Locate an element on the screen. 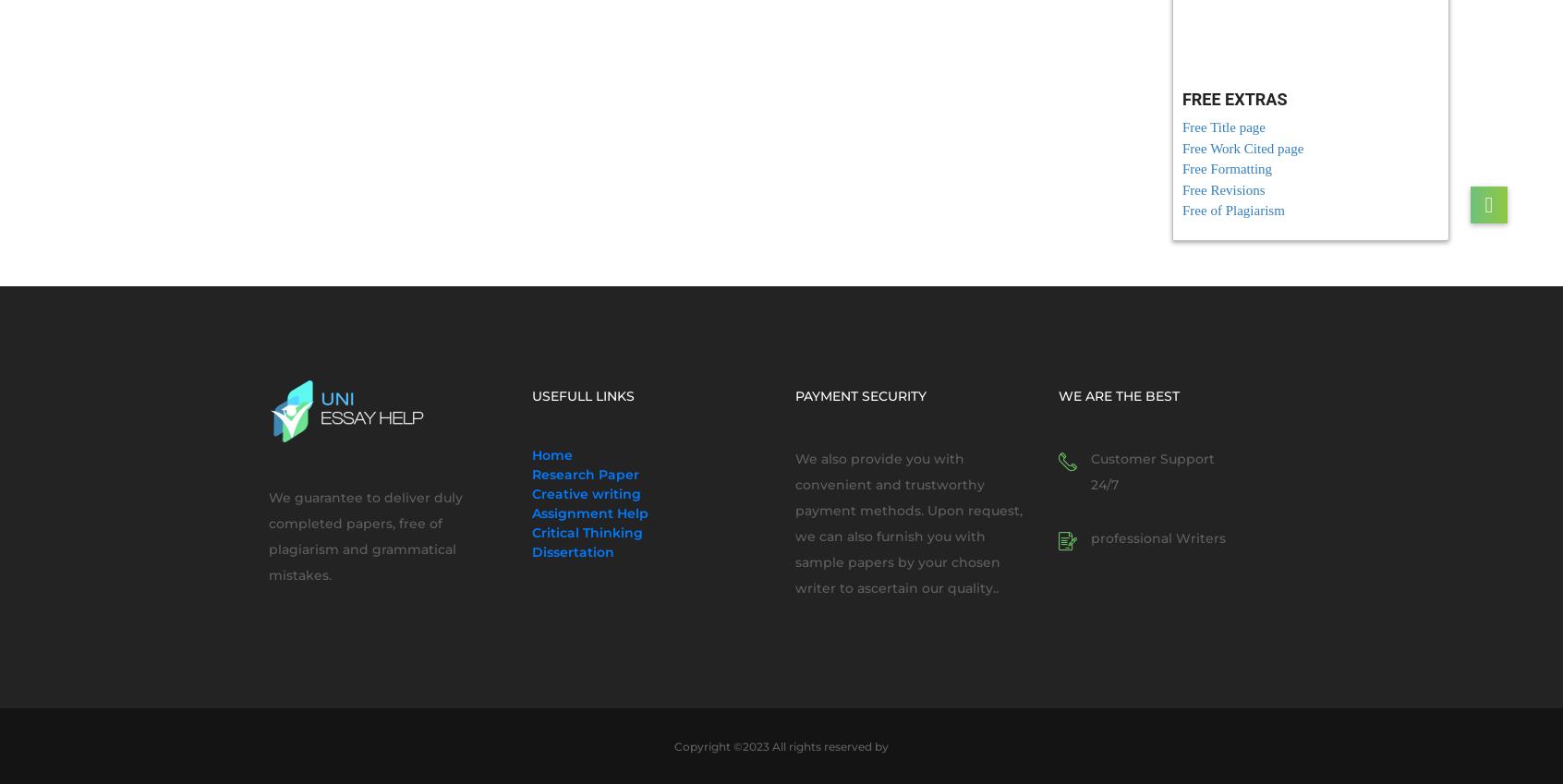 The height and width of the screenshot is (784, 1563). 'Customer Support' is located at coordinates (1153, 458).